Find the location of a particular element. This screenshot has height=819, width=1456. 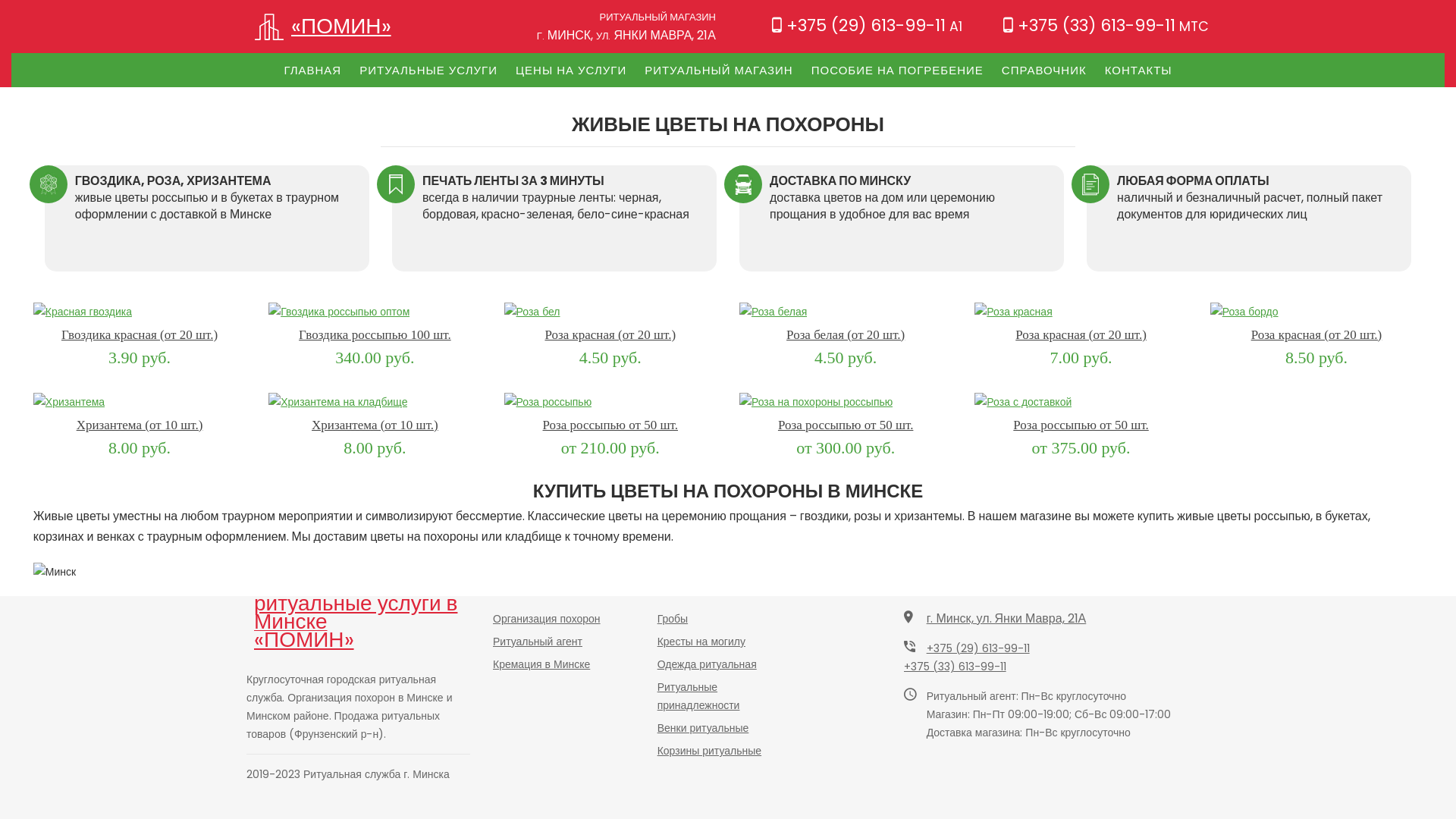

'+375 (33) 613-99-11 MTC' is located at coordinates (1106, 25).